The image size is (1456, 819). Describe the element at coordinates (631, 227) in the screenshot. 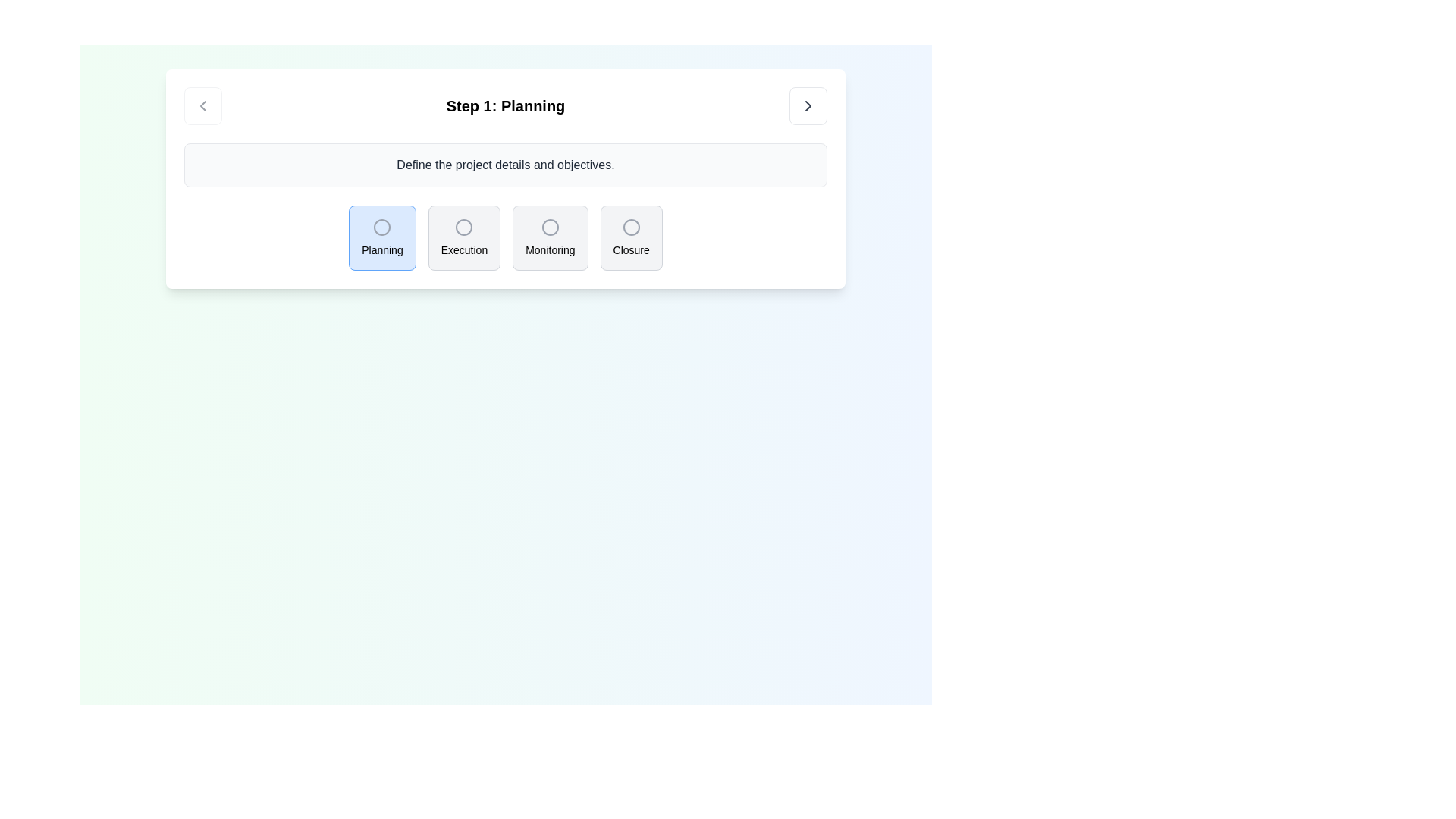

I see `the rightmost radio button labeled 'Closure' located beneath the text 'Step 1: Planning'` at that location.